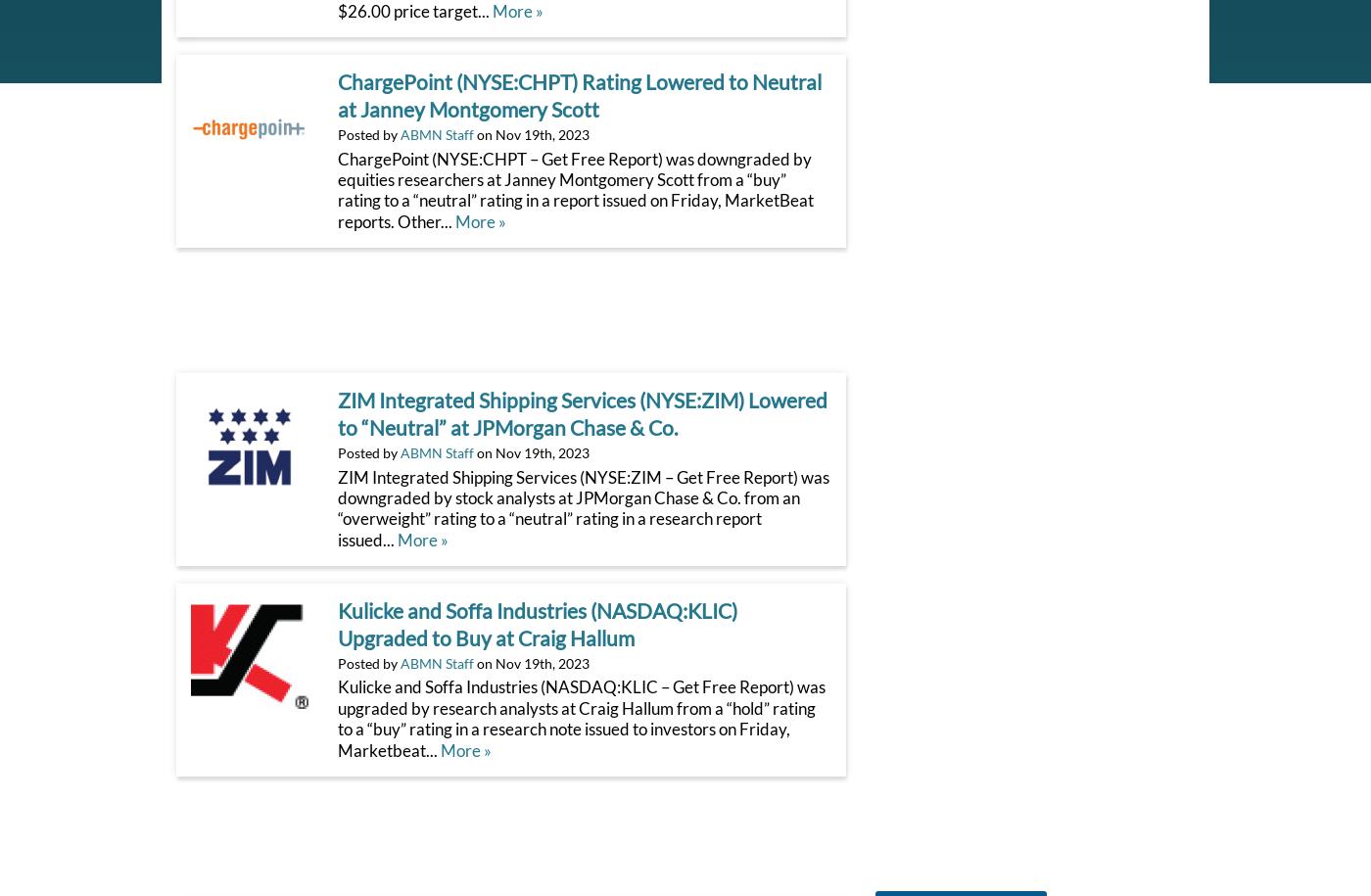 The width and height of the screenshot is (1371, 896). I want to click on 'ZIM Integrated Shipping Services (NYSE:ZIM) Lowered to “Neutral” at JPMorgan Chase & Co.', so click(337, 414).